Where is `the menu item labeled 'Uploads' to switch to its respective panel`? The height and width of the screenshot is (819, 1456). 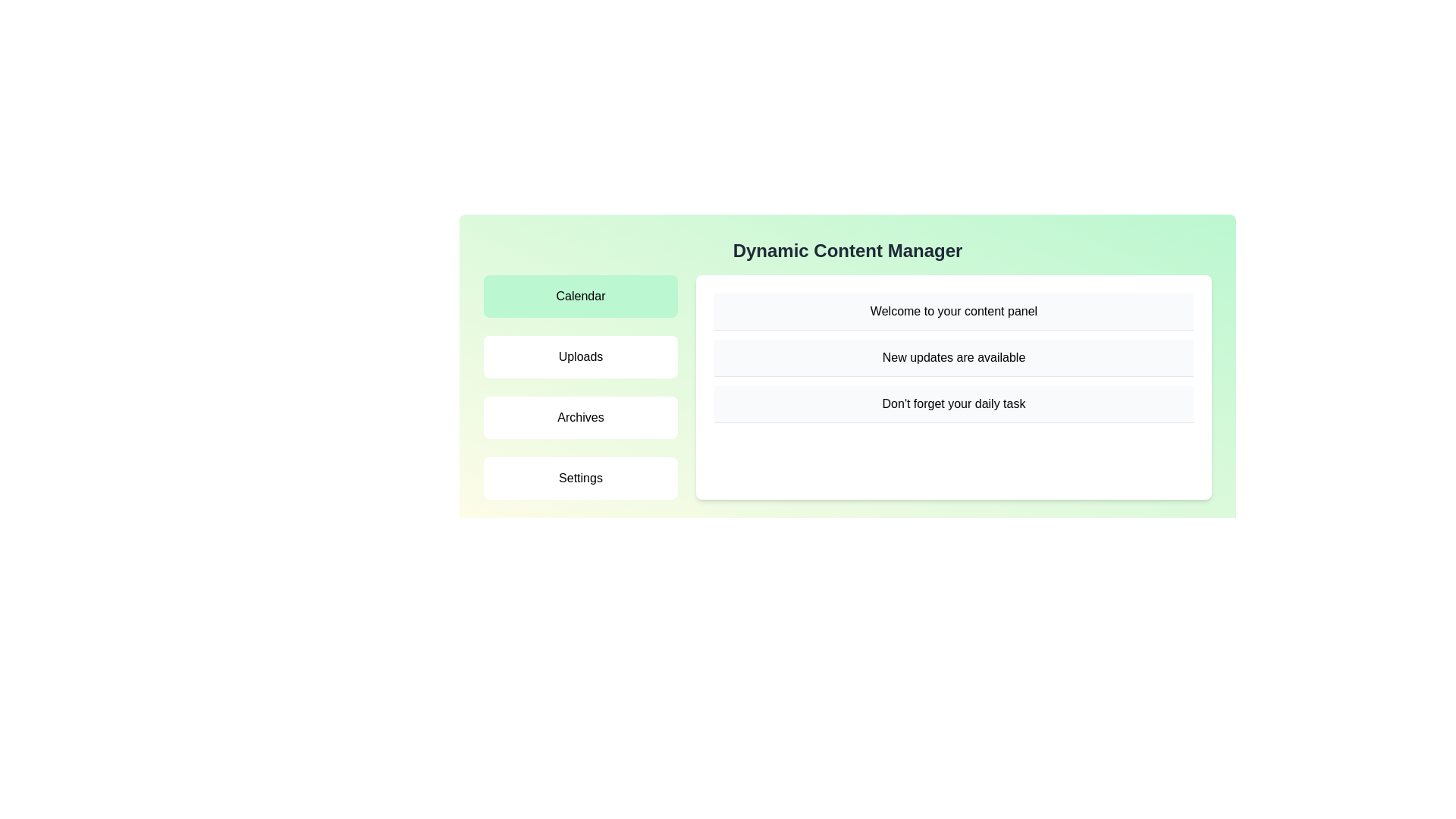
the menu item labeled 'Uploads' to switch to its respective panel is located at coordinates (580, 356).